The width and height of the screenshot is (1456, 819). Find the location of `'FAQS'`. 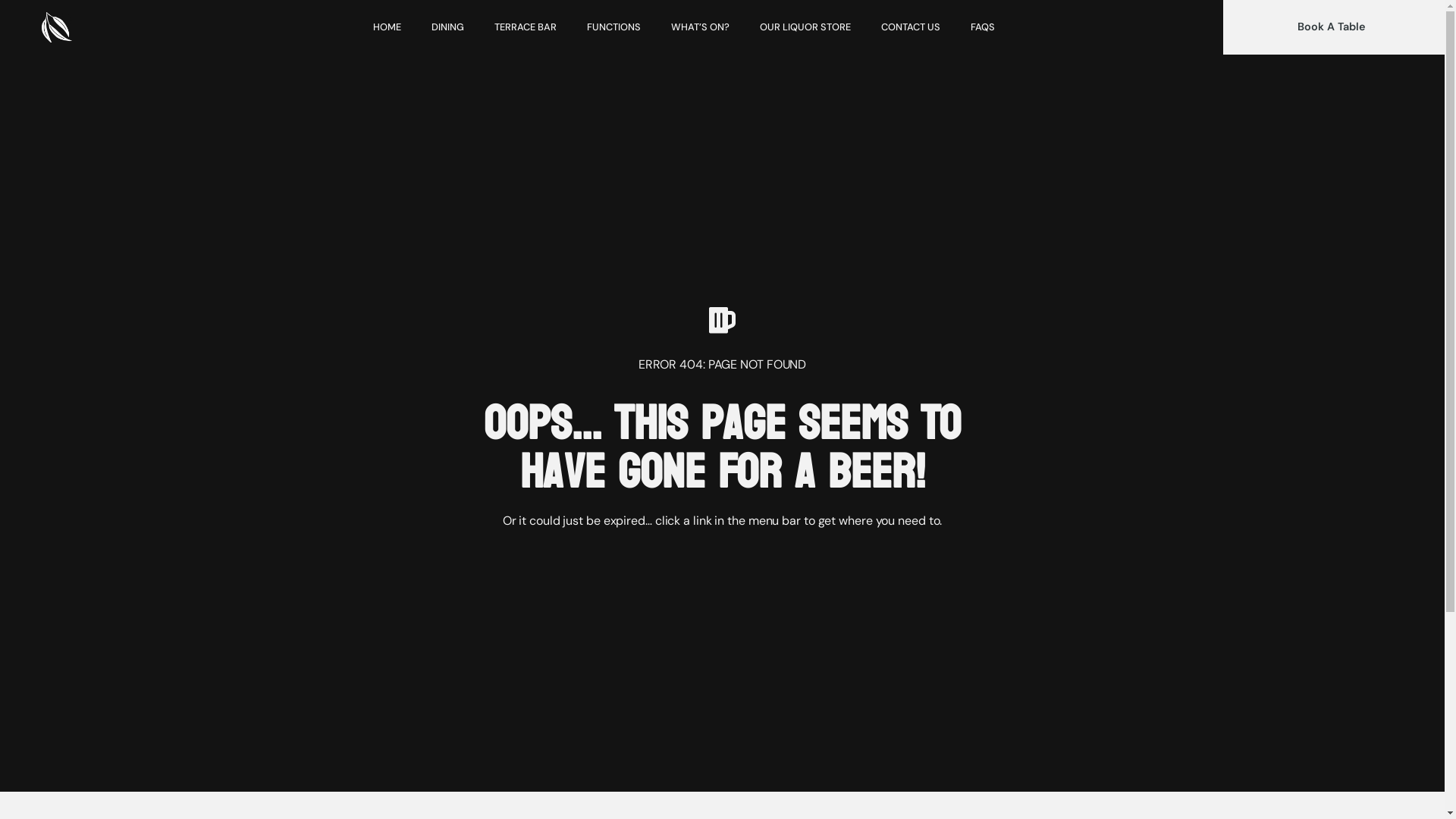

'FAQS' is located at coordinates (983, 27).